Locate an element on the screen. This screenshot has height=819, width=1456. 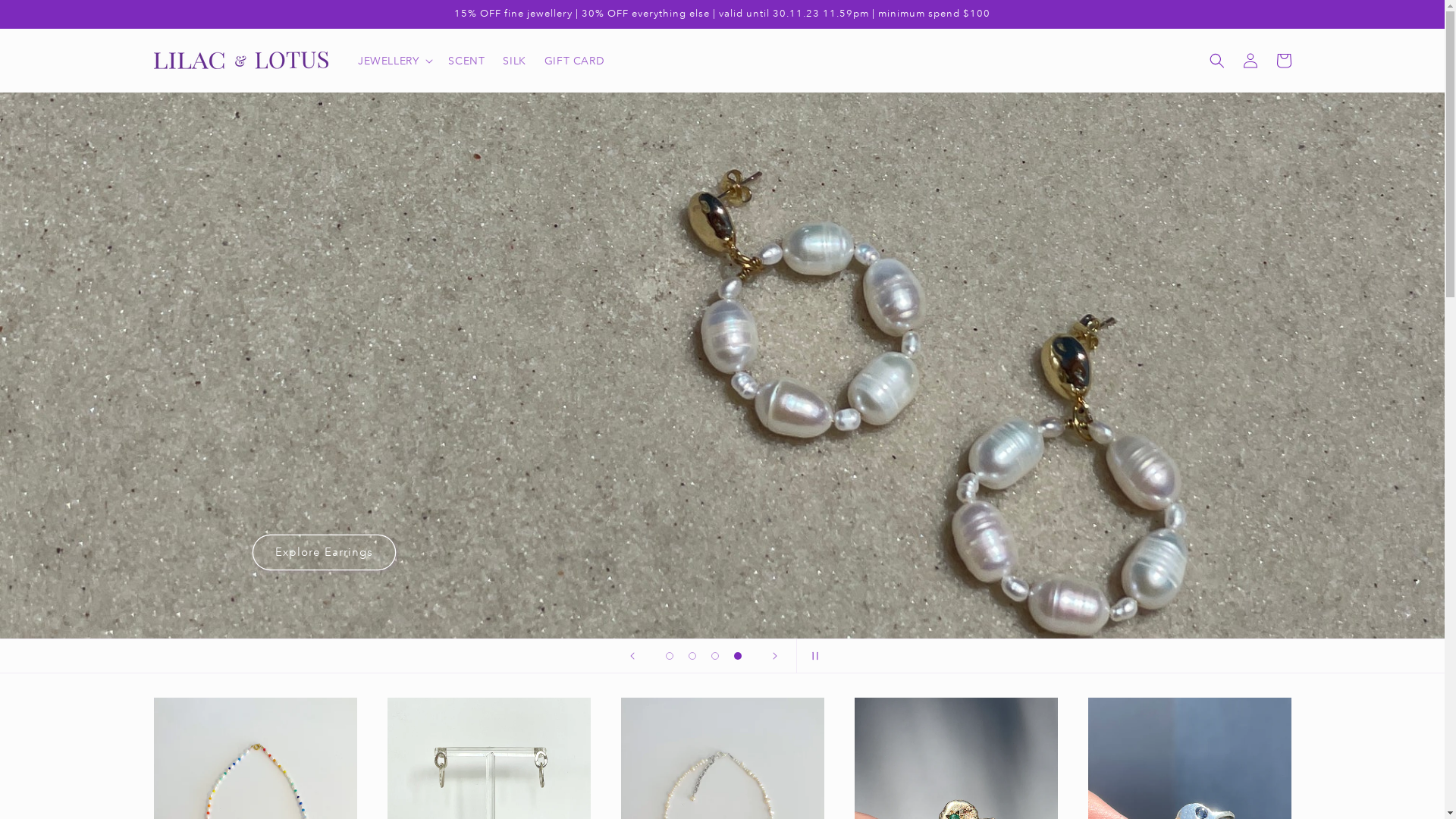
'SILK' is located at coordinates (513, 60).